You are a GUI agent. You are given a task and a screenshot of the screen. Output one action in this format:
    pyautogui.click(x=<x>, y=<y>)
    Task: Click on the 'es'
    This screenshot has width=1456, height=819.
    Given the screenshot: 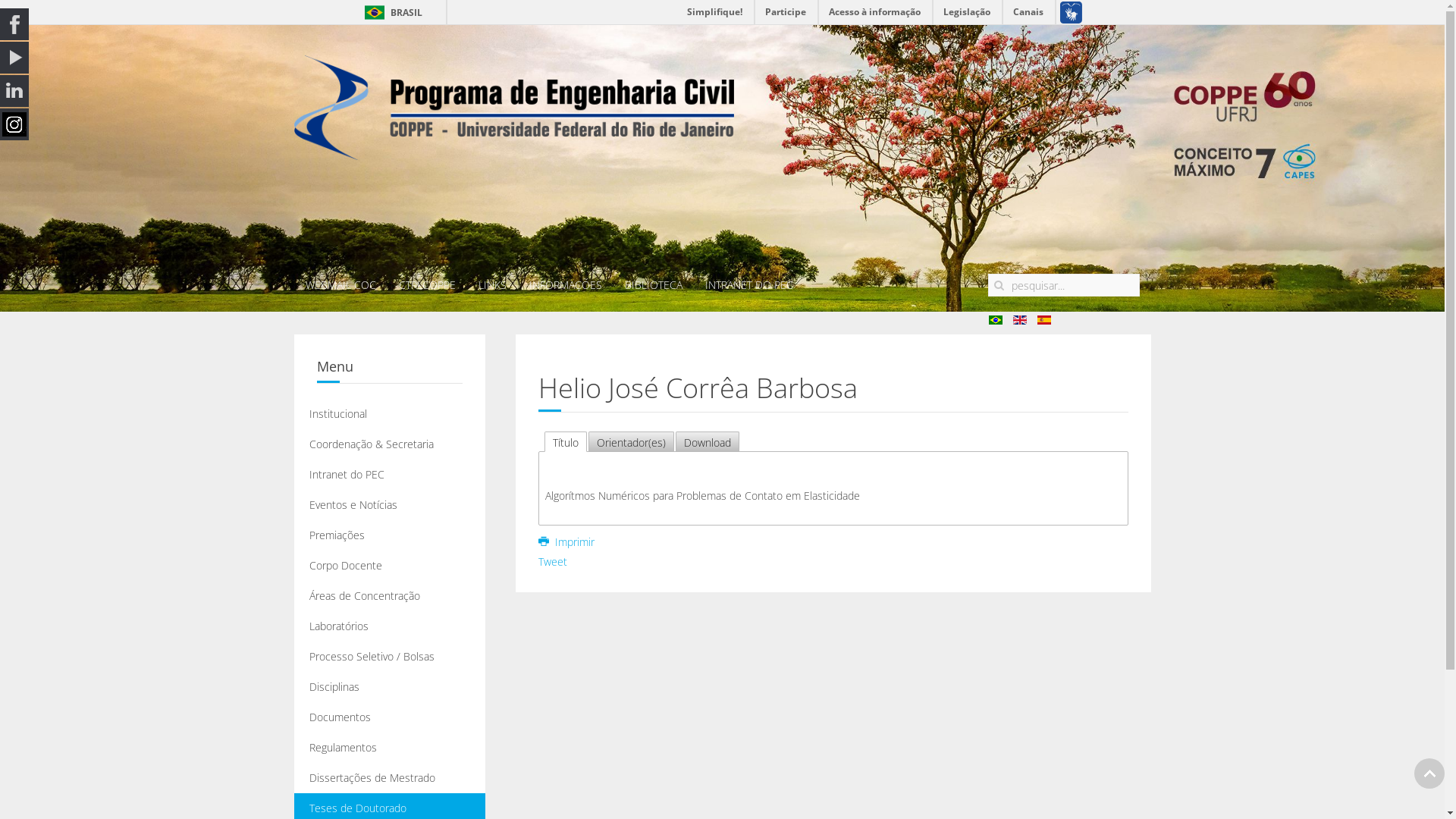 What is the action you would take?
    pyautogui.click(x=1043, y=318)
    